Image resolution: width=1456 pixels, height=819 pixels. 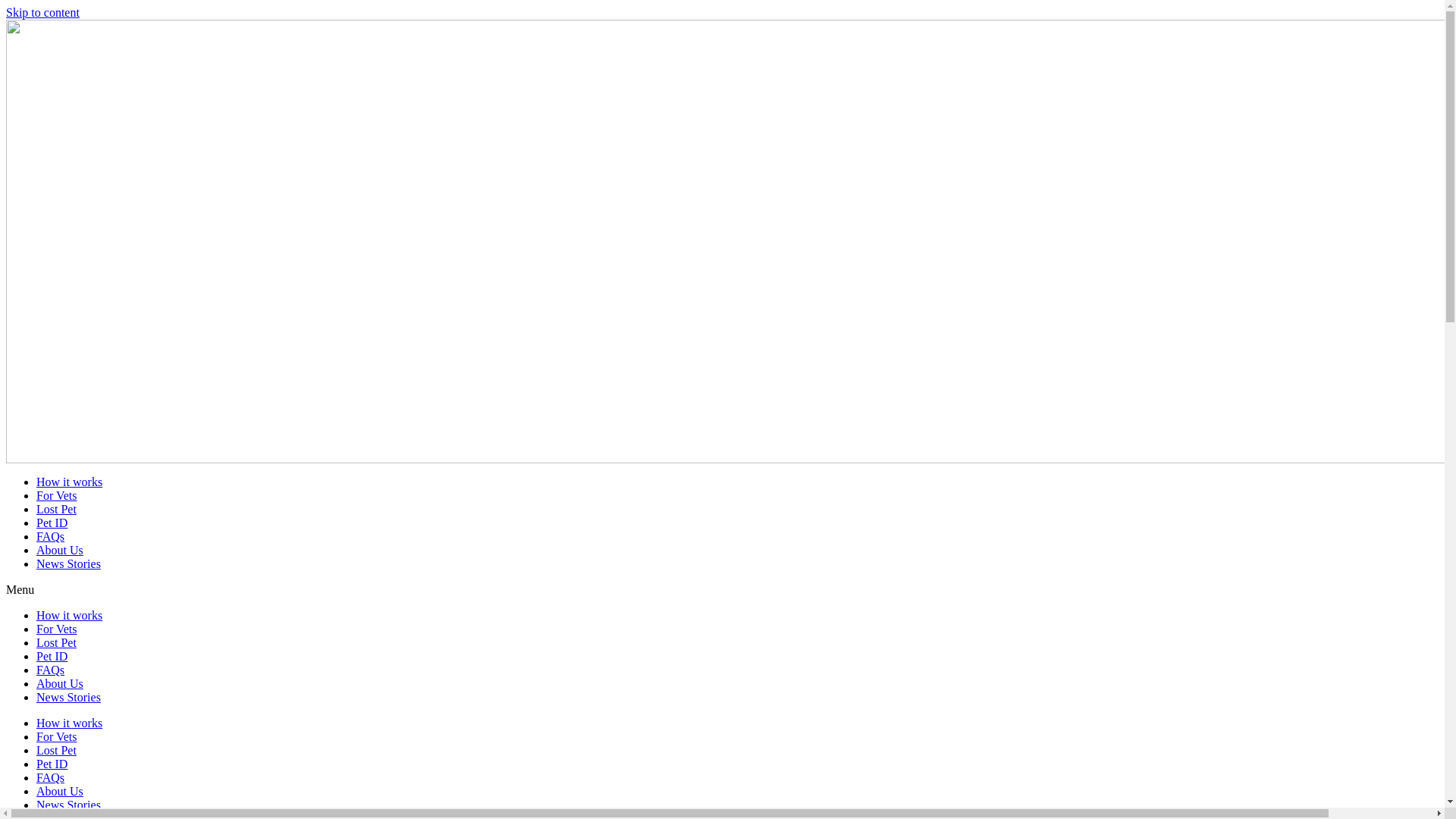 What do you see at coordinates (50, 535) in the screenshot?
I see `'FAQs'` at bounding box center [50, 535].